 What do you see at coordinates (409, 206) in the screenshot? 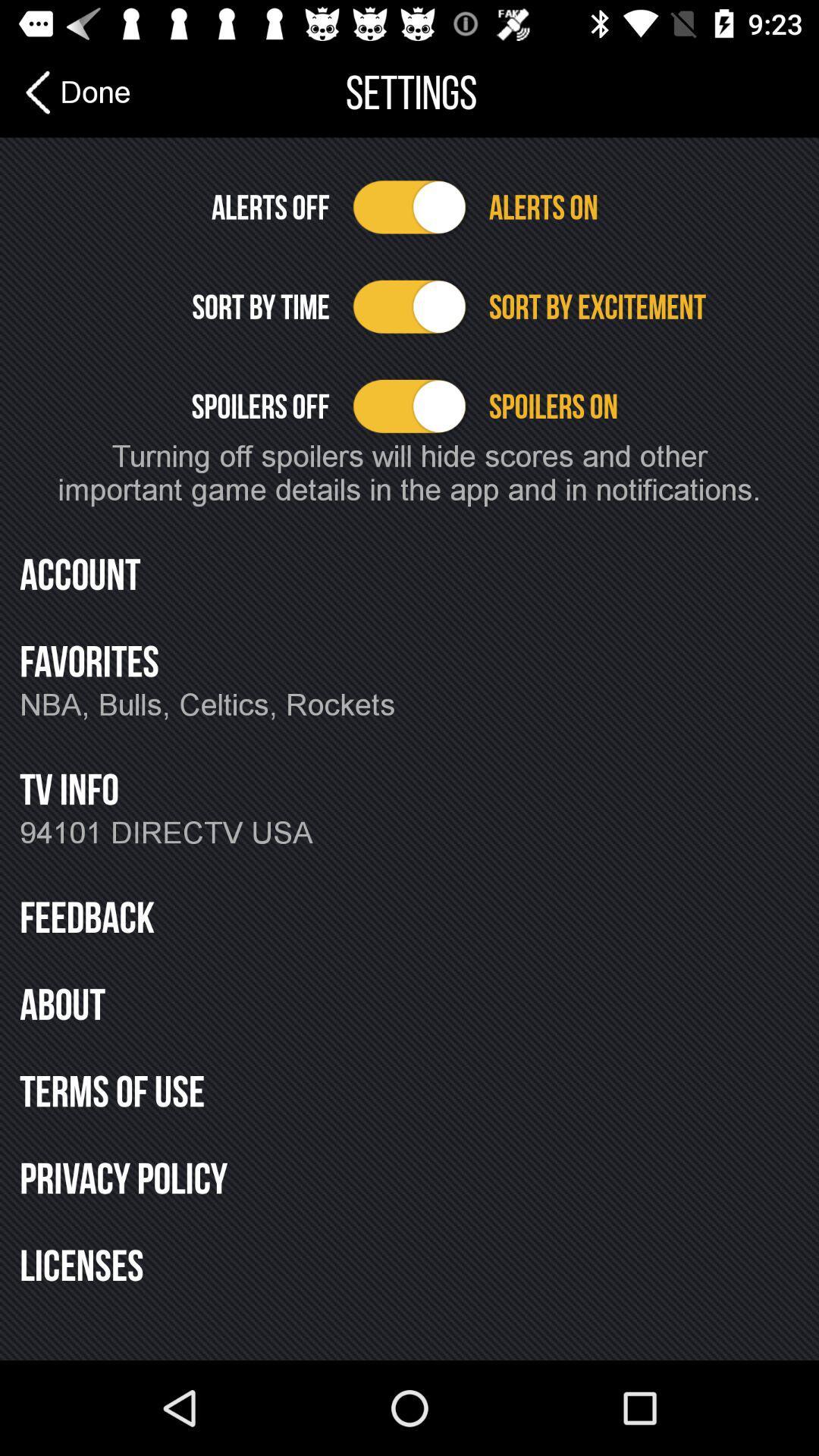
I see `alerts option` at bounding box center [409, 206].